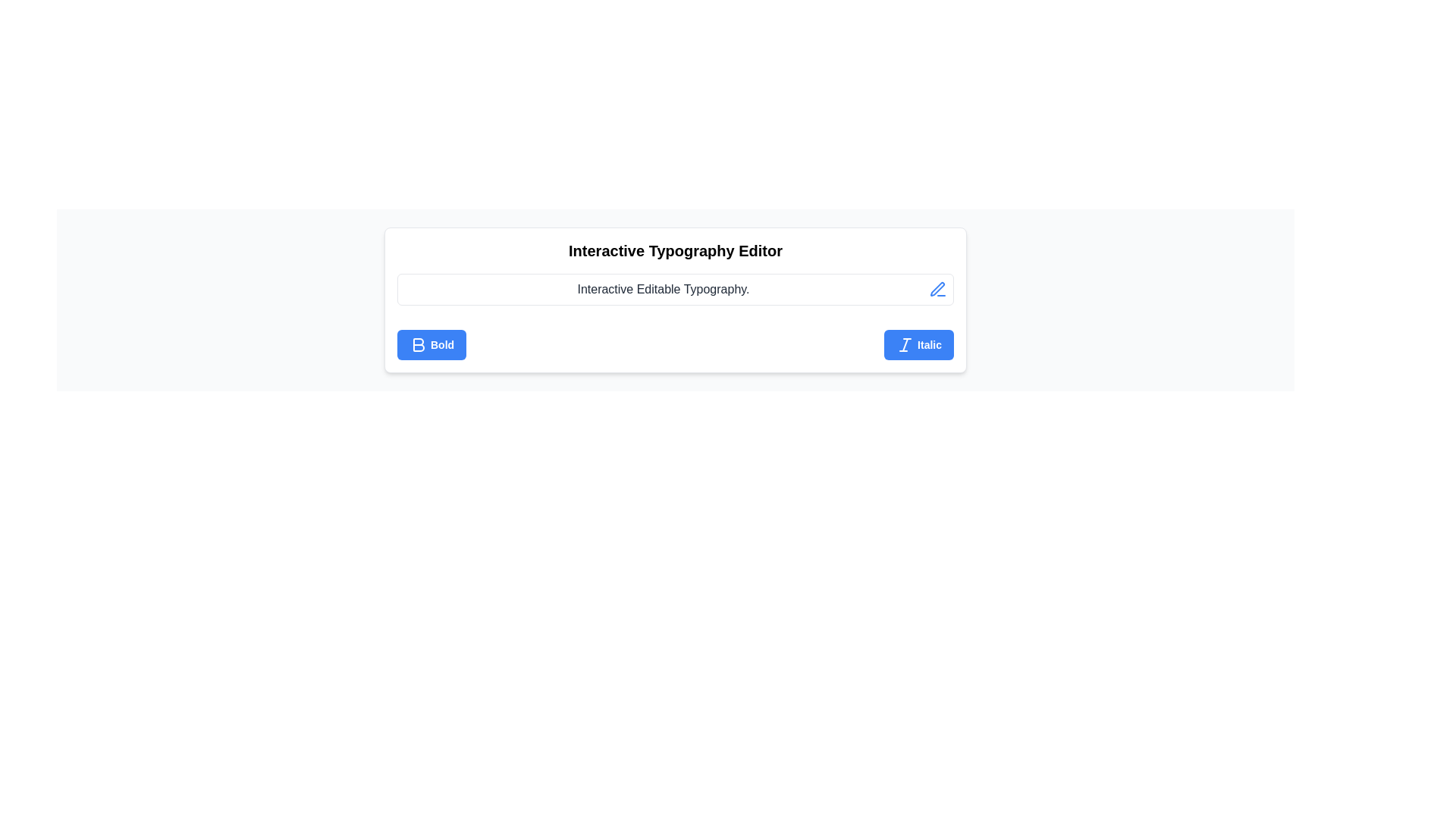 Image resolution: width=1456 pixels, height=819 pixels. What do you see at coordinates (905, 345) in the screenshot?
I see `the stylized, slanted 'I' icon within the 'Italic' button` at bounding box center [905, 345].